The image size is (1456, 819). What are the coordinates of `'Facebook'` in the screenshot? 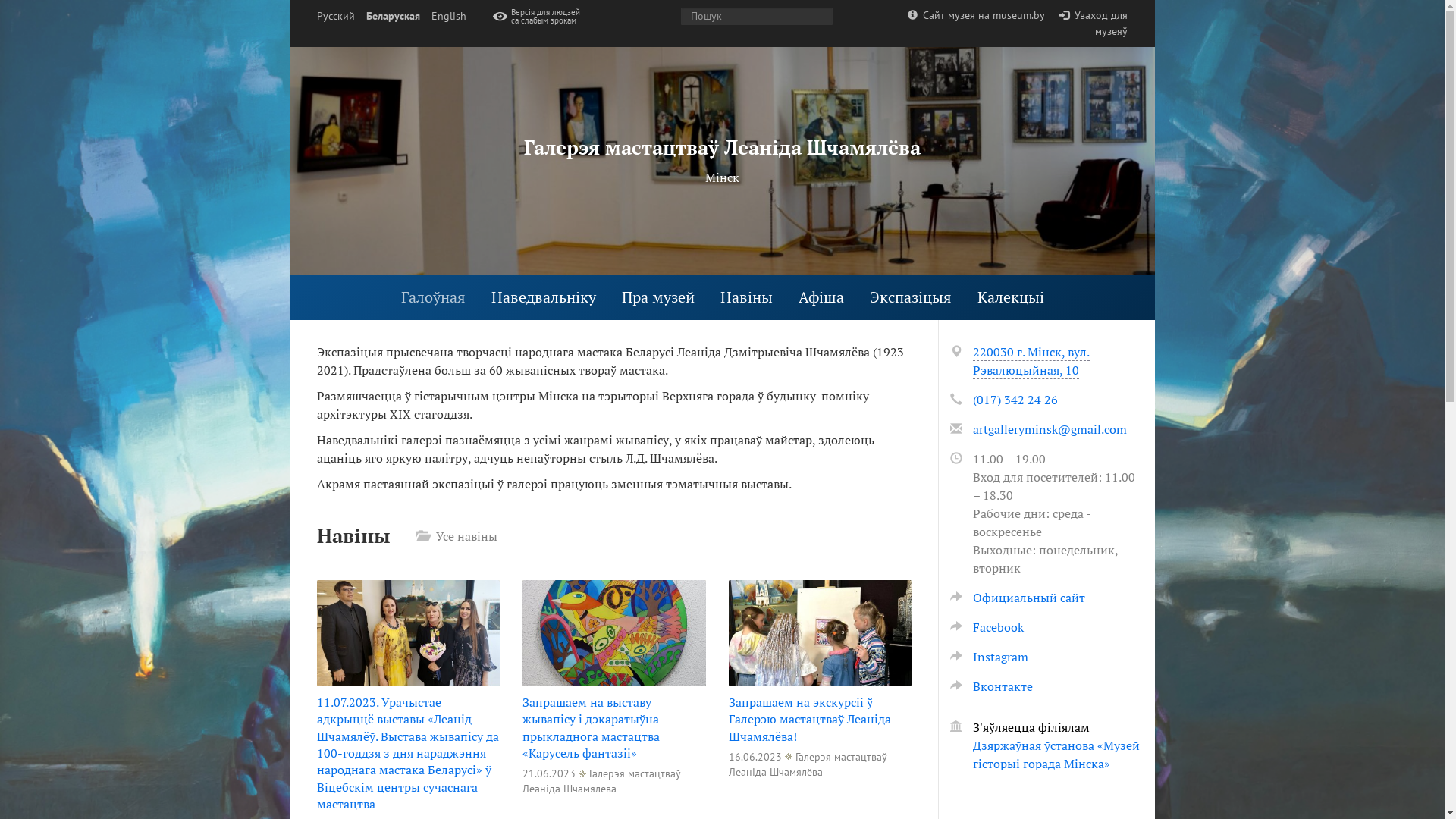 It's located at (986, 626).